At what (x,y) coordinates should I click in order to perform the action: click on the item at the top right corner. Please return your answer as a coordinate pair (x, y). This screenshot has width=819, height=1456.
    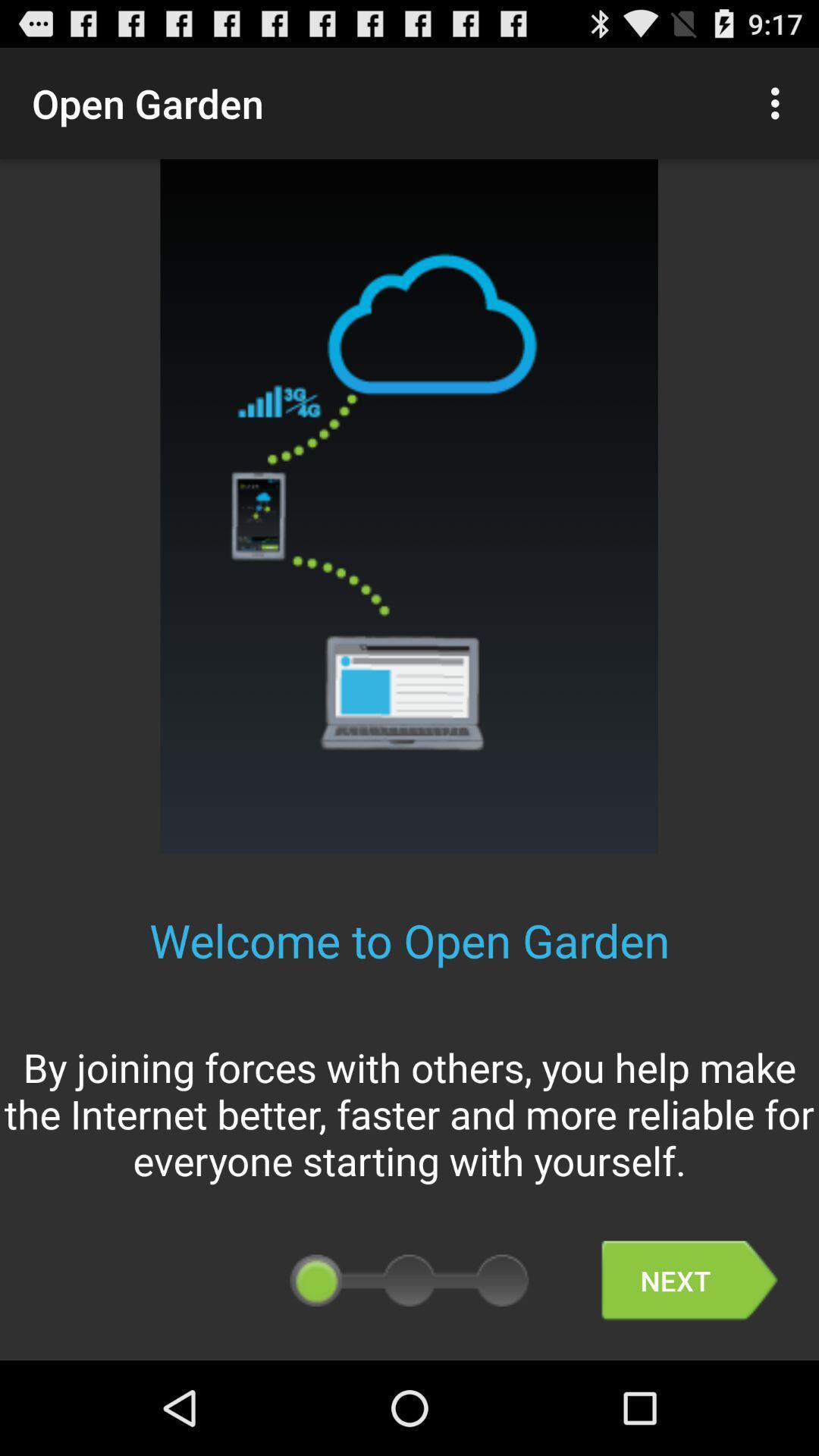
    Looking at the image, I should click on (779, 102).